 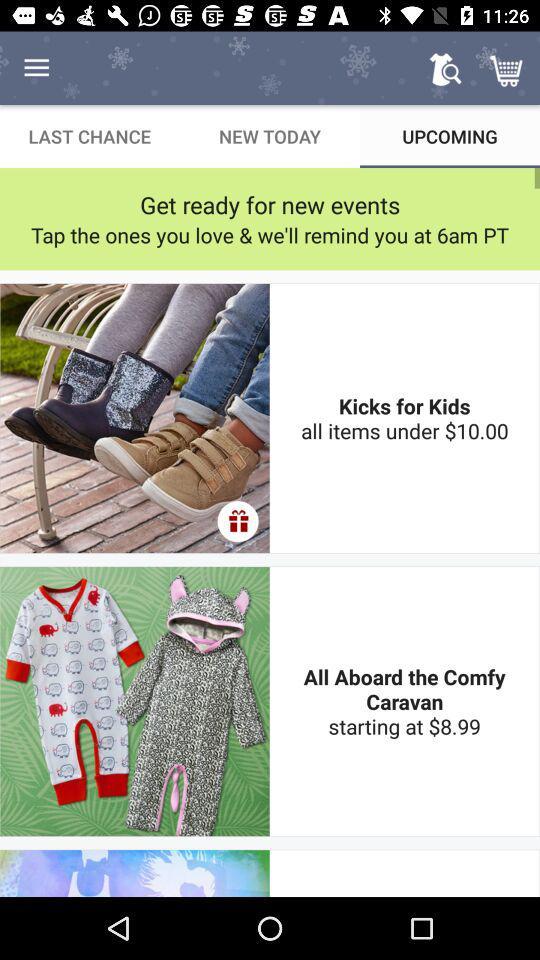 I want to click on item above the upcoming icon, so click(x=445, y=68).